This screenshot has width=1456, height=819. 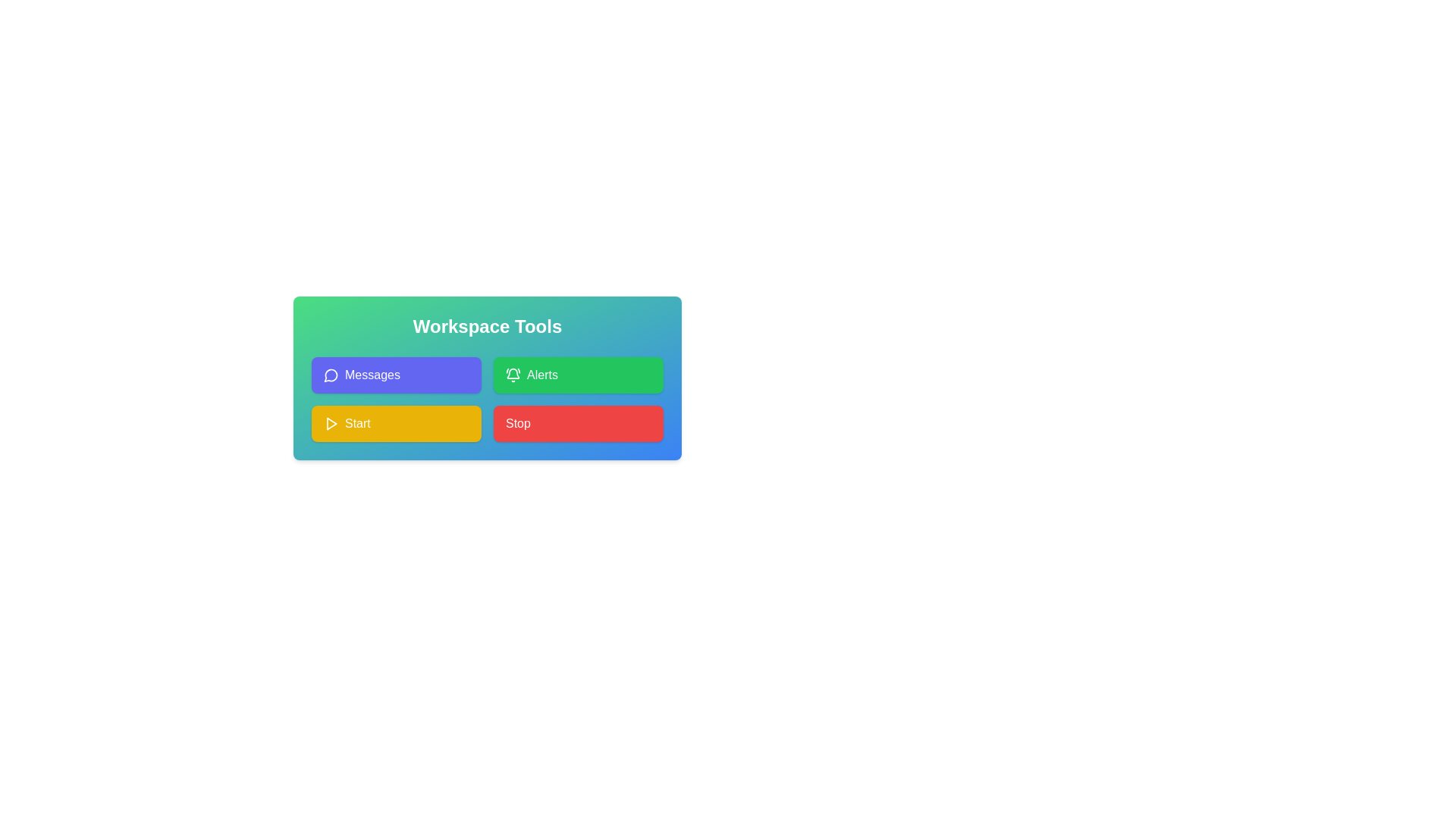 What do you see at coordinates (330, 424) in the screenshot?
I see `the play icon within the 'Start' button located in the bottom-left corner of the card interface` at bounding box center [330, 424].